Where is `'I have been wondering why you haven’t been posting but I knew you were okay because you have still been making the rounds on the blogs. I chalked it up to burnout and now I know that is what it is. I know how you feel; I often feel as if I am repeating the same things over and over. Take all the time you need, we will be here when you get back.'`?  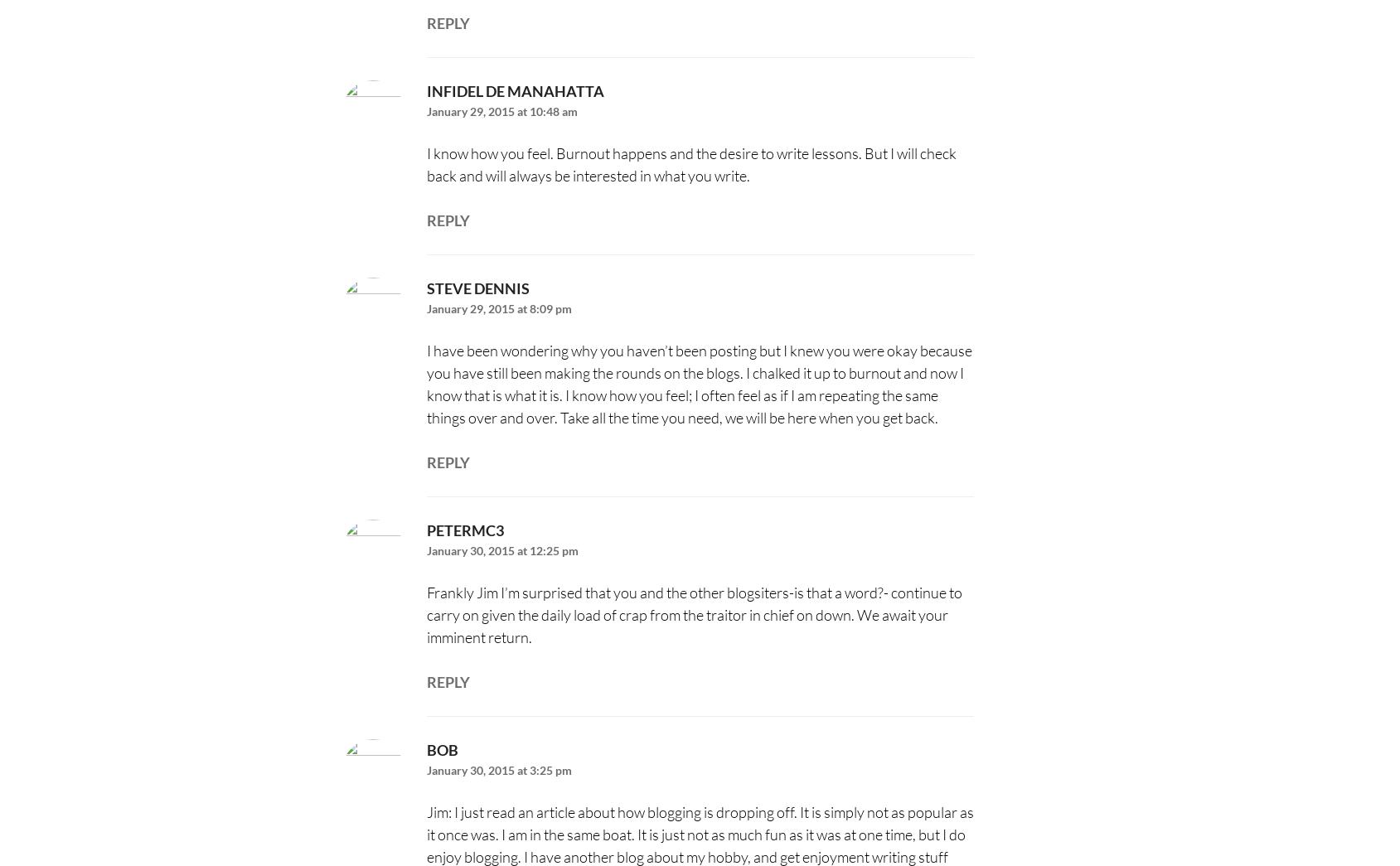 'I have been wondering why you haven’t been posting but I knew you were okay because you have still been making the rounds on the blogs. I chalked it up to burnout and now I know that is what it is. I know how you feel; I often feel as if I am repeating the same things over and over. Take all the time you need, we will be here when you get back.' is located at coordinates (697, 384).